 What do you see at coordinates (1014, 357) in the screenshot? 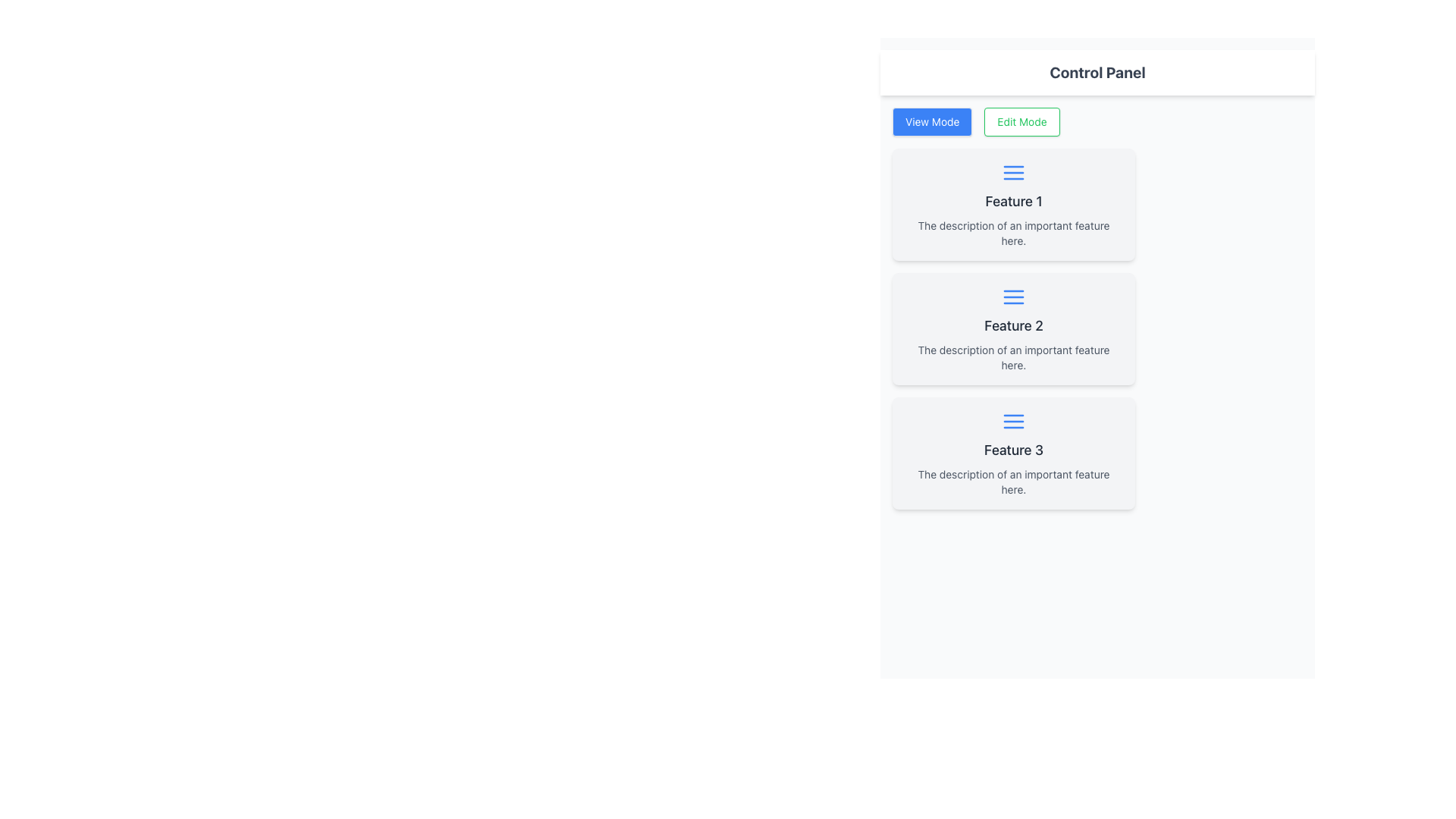
I see `the Text Block that provides a concise description associated with 'Feature 2', located directly below the heading 'Feature 2' and centered within the second feature box` at bounding box center [1014, 357].